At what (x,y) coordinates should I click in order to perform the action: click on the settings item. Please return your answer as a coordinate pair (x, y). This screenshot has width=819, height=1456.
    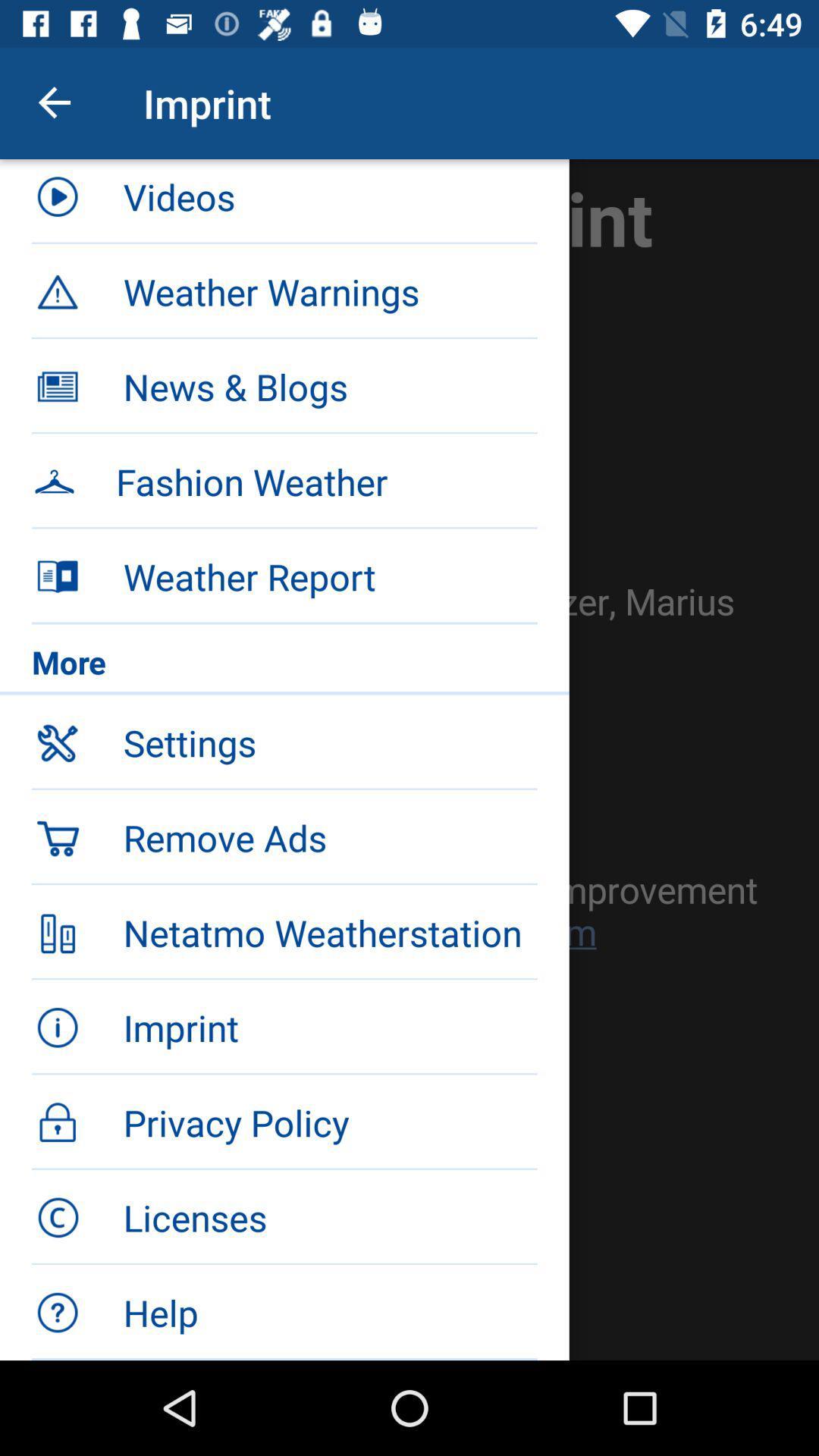
    Looking at the image, I should click on (329, 742).